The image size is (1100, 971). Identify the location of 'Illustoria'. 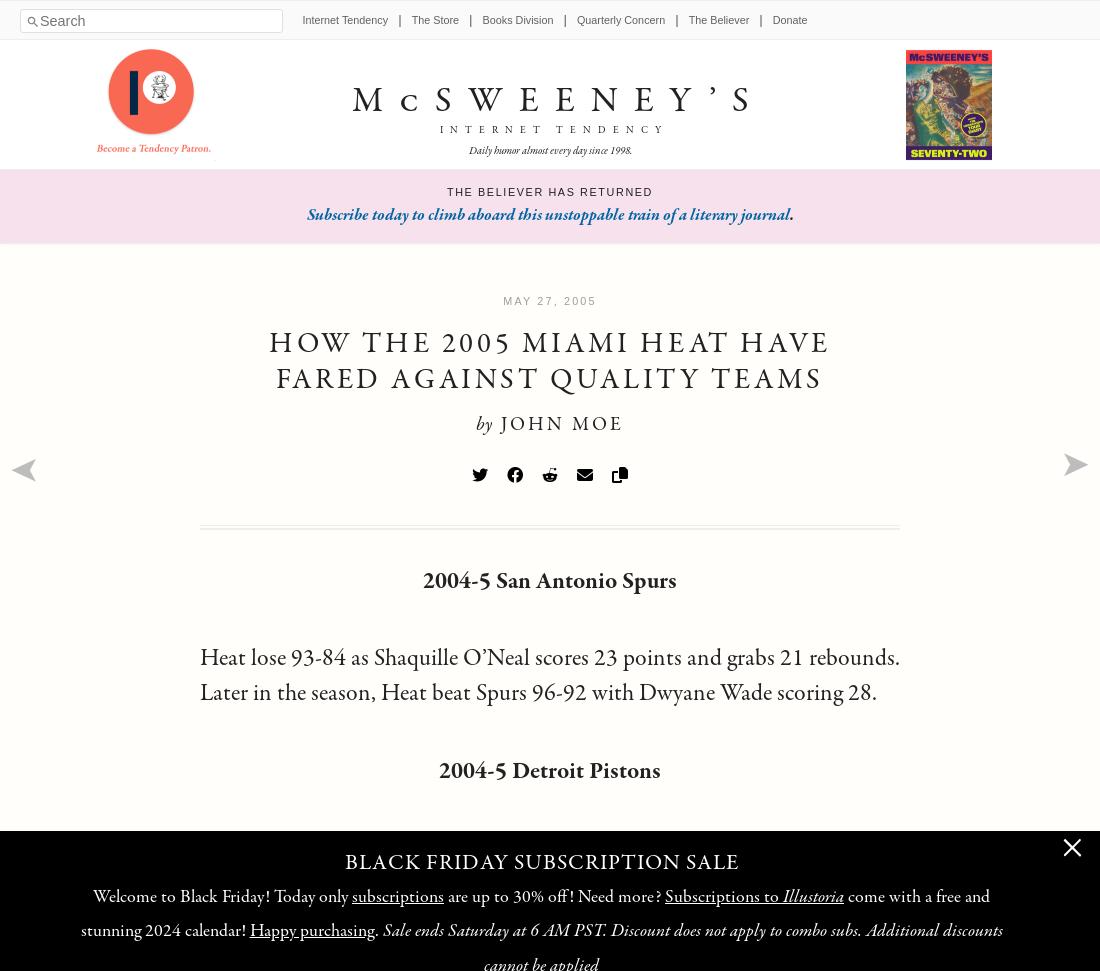
(813, 896).